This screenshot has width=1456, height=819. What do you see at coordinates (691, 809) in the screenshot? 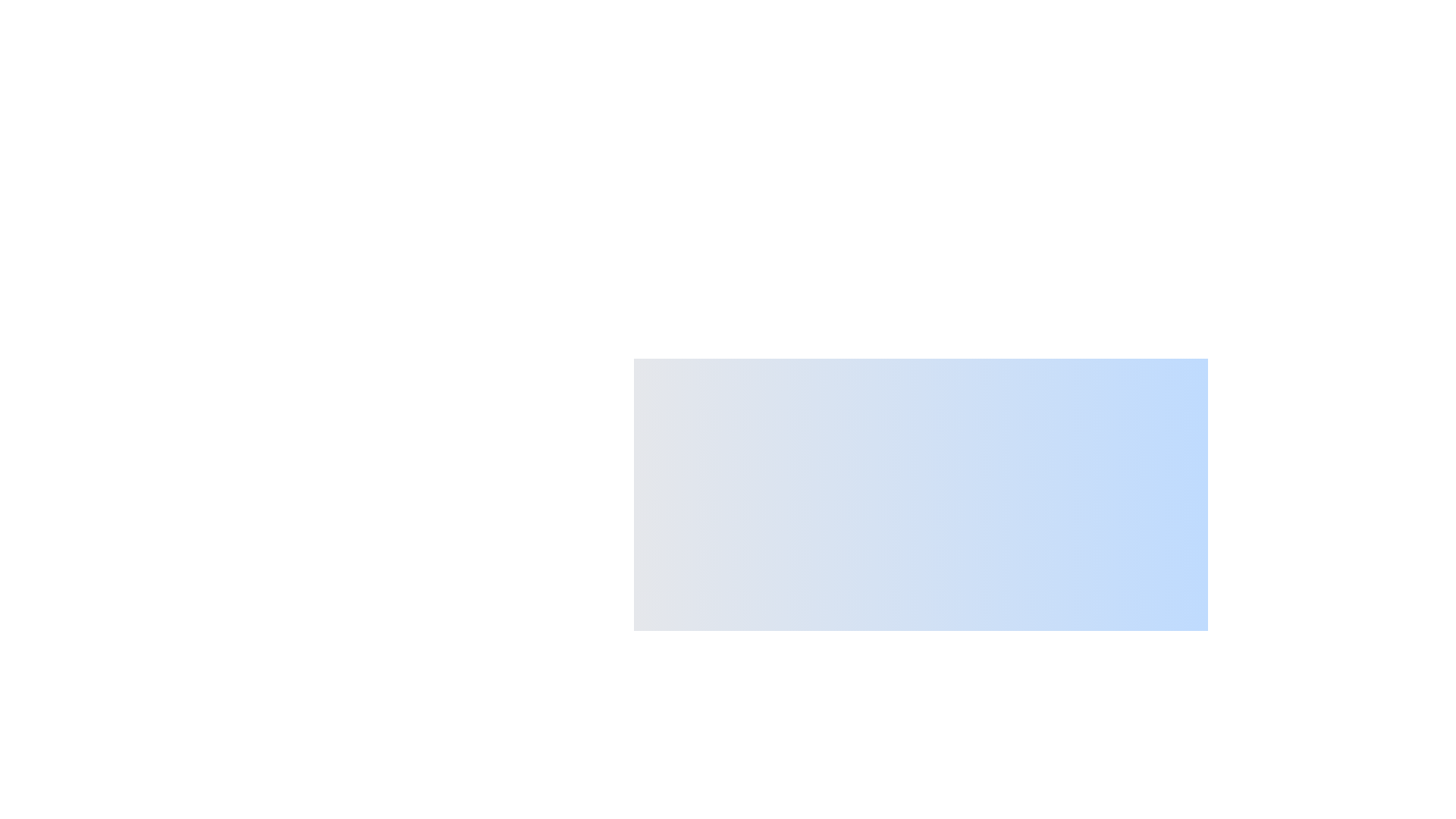
I see `the decorative Vector graphic circle located at the bottom region of the layout, roughly centered horizontally` at bounding box center [691, 809].